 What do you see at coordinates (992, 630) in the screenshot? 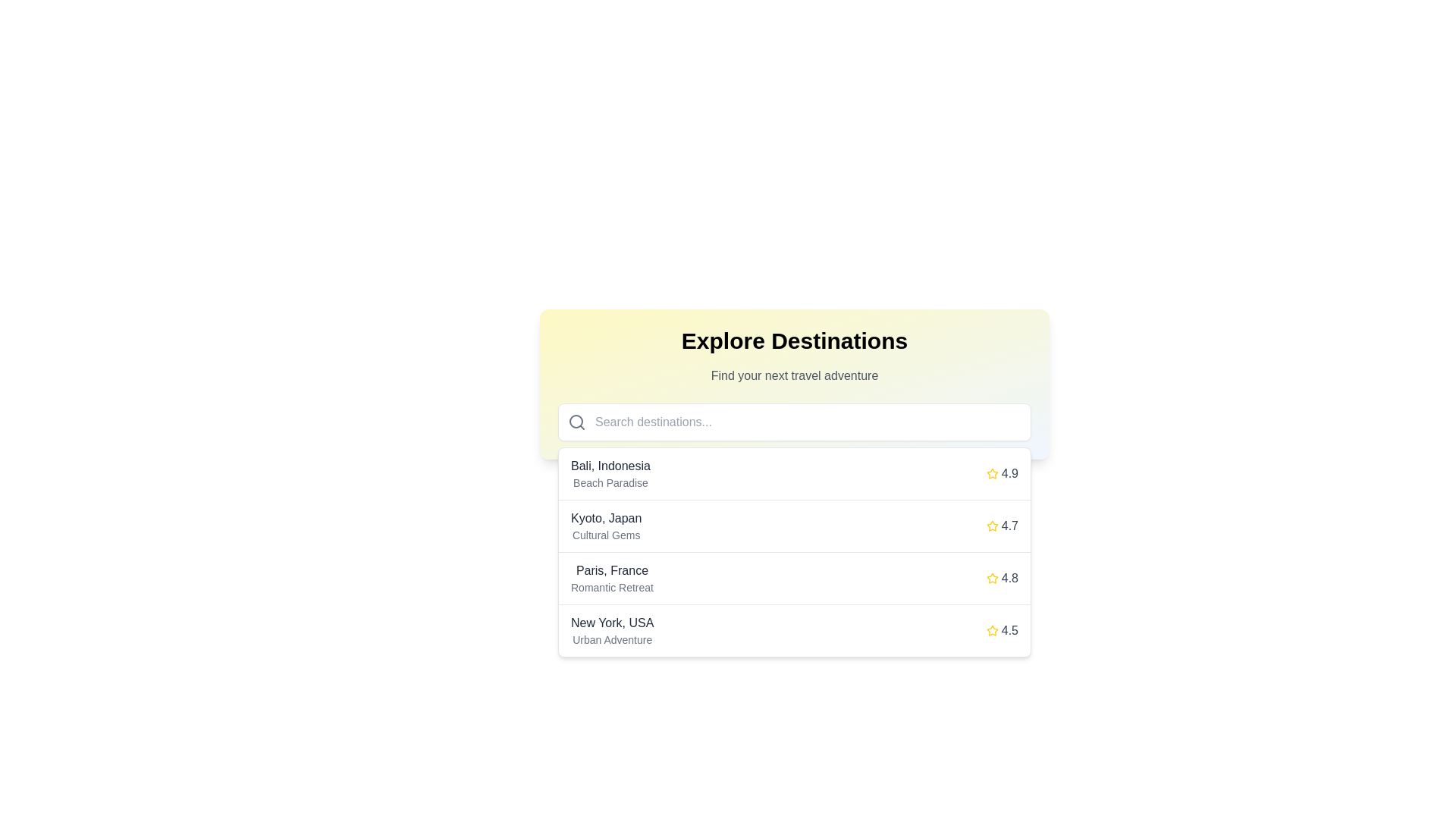
I see `the fourth star-shaped icon in the vertical list` at bounding box center [992, 630].